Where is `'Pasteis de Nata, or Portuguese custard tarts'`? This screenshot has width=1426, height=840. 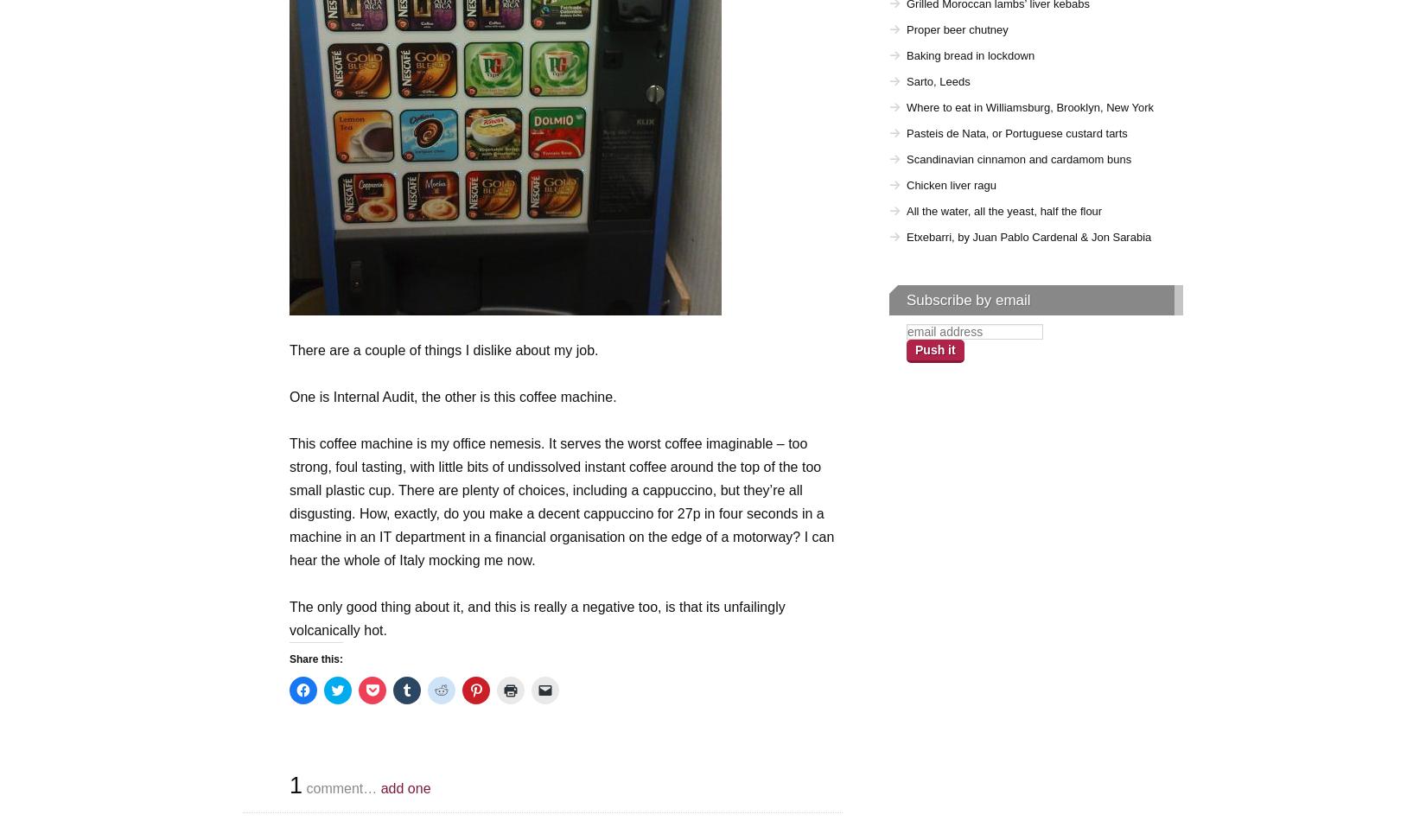
'Pasteis de Nata, or Portuguese custard tarts' is located at coordinates (907, 133).